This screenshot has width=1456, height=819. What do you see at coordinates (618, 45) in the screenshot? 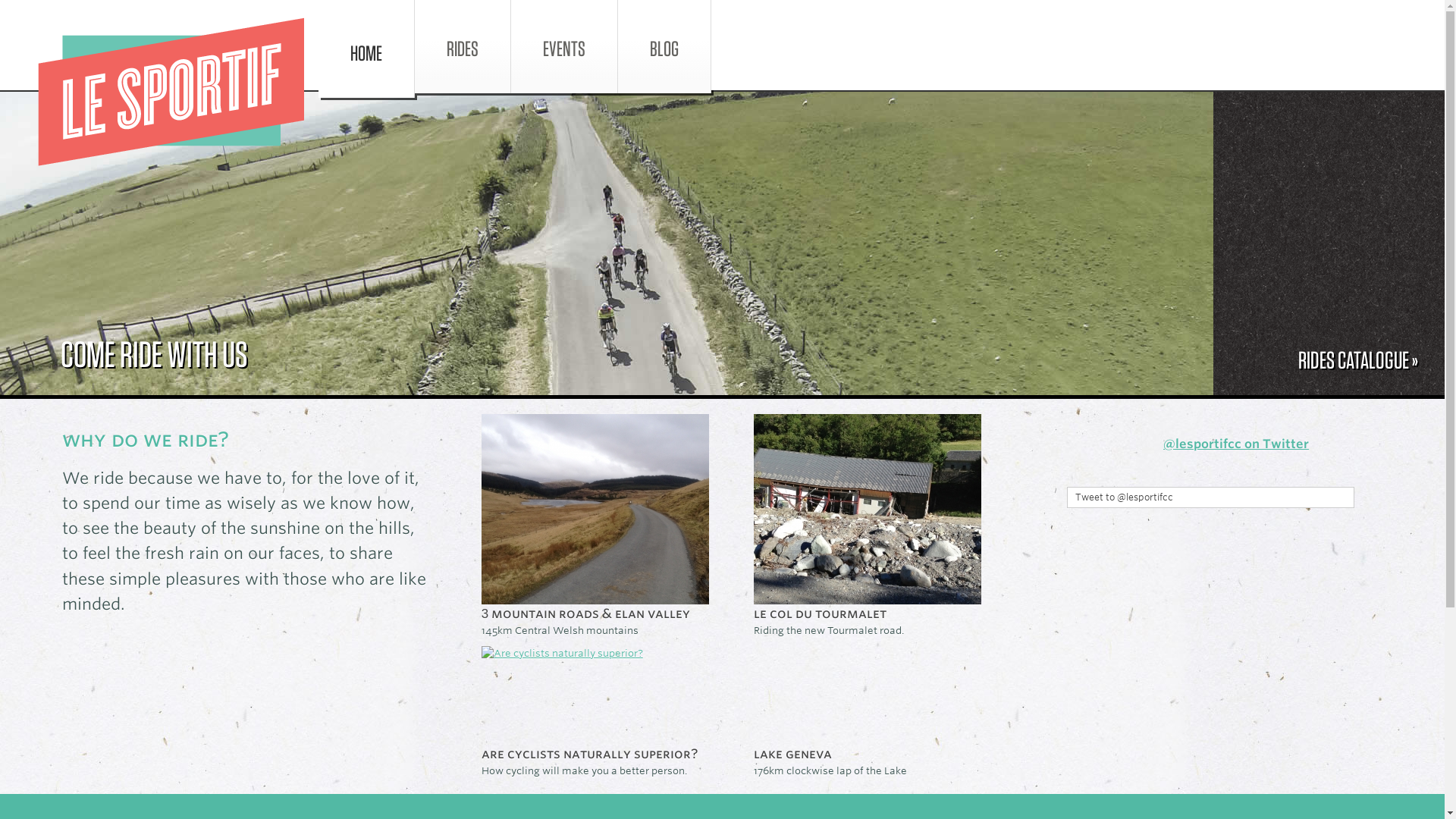
I see `'BLOG'` at bounding box center [618, 45].